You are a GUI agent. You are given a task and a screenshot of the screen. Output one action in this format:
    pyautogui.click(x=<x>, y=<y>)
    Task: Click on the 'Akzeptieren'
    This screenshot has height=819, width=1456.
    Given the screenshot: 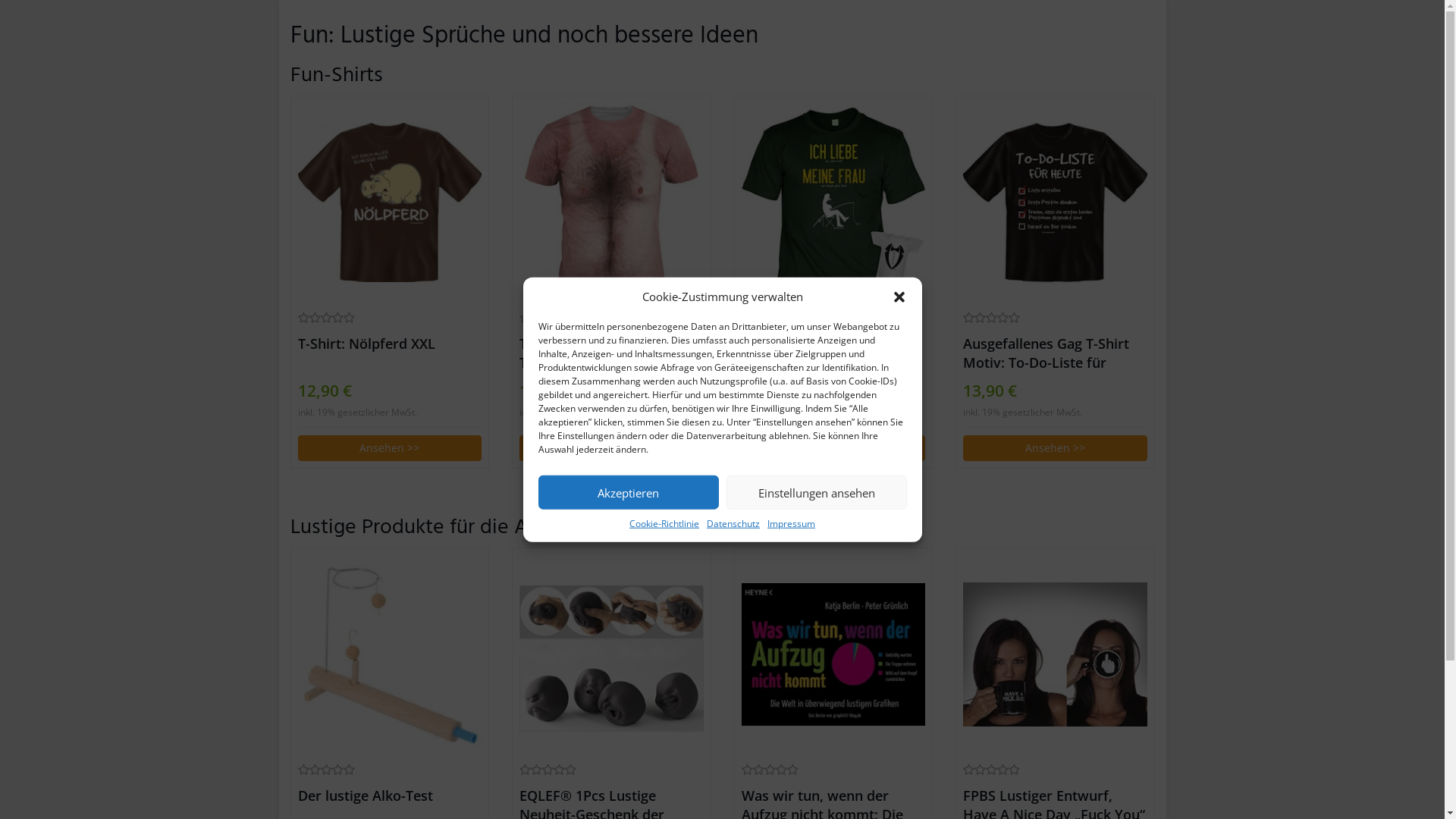 What is the action you would take?
    pyautogui.click(x=629, y=492)
    